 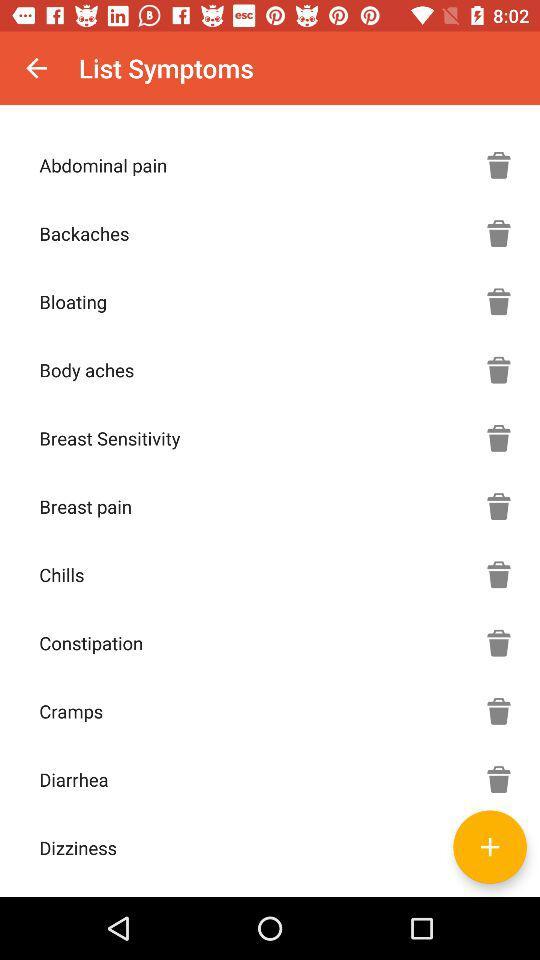 I want to click on delete option, so click(x=498, y=642).